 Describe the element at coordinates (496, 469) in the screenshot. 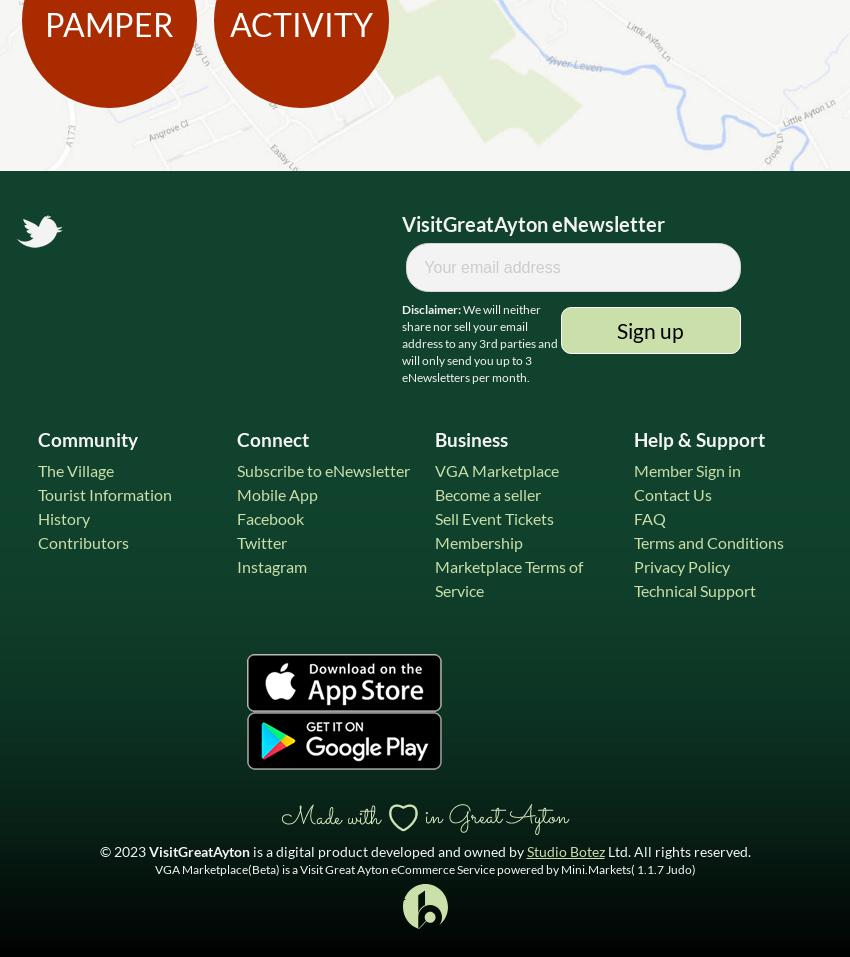

I see `'VGA Marketplace'` at that location.